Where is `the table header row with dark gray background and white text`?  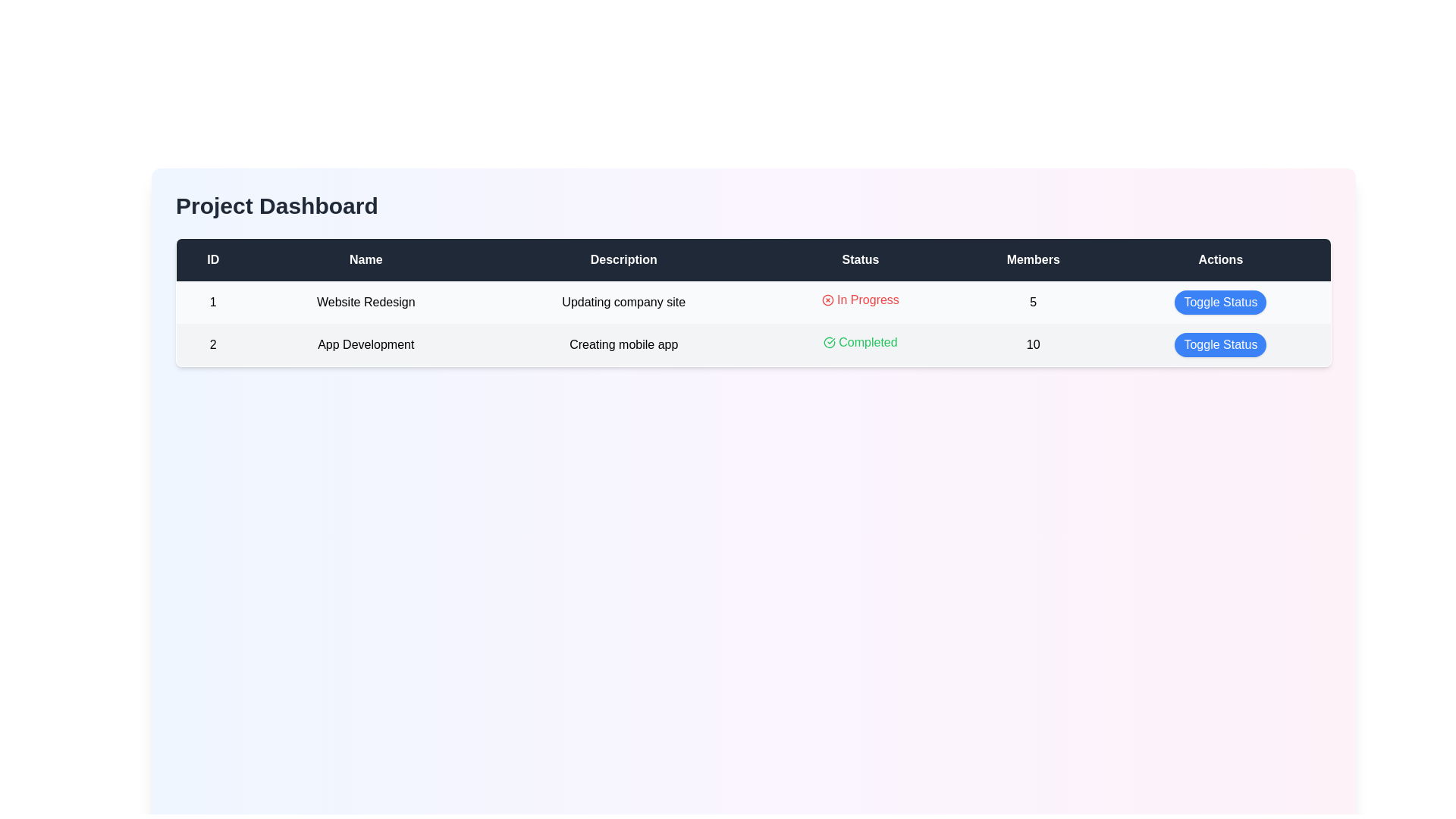 the table header row with dark gray background and white text is located at coordinates (753, 259).